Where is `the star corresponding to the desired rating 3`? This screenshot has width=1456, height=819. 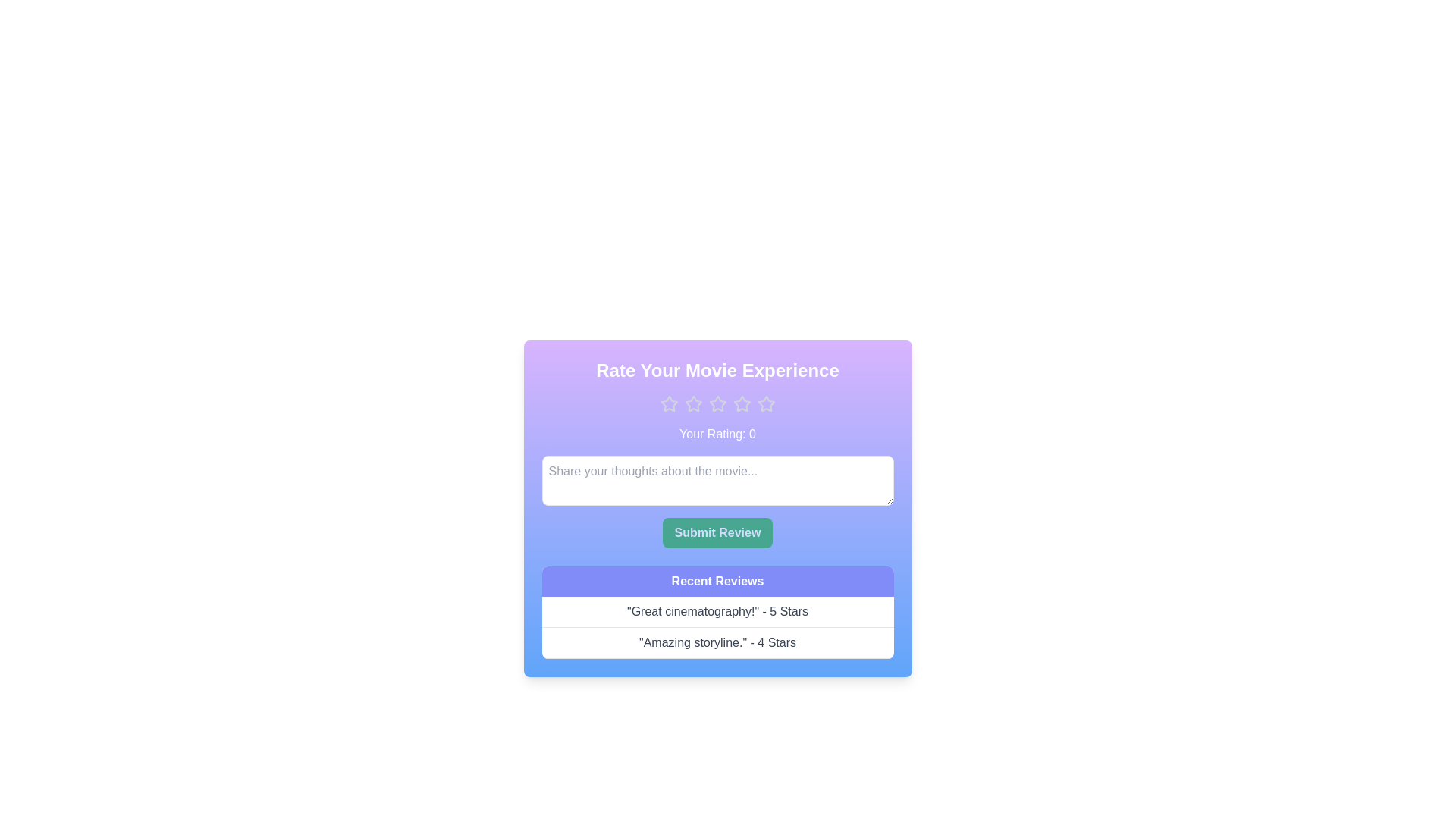
the star corresponding to the desired rating 3 is located at coordinates (717, 403).